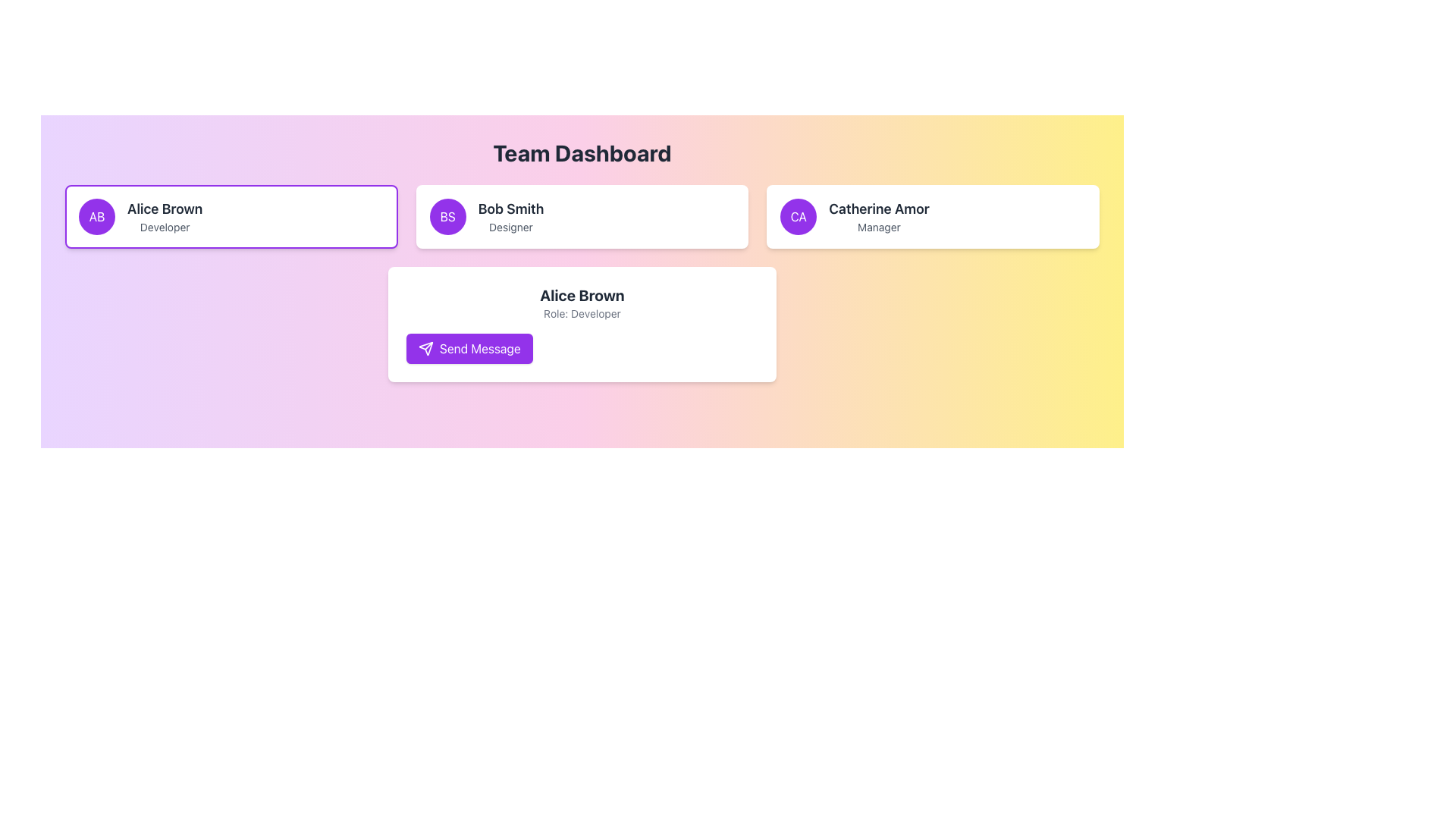 This screenshot has width=1456, height=819. Describe the element at coordinates (447, 216) in the screenshot. I see `the Avatar or Profile Icon for 'Bob Smith', which is a circular area with a purple background and white text 'BS', located in the 'Team Dashboard' section` at that location.